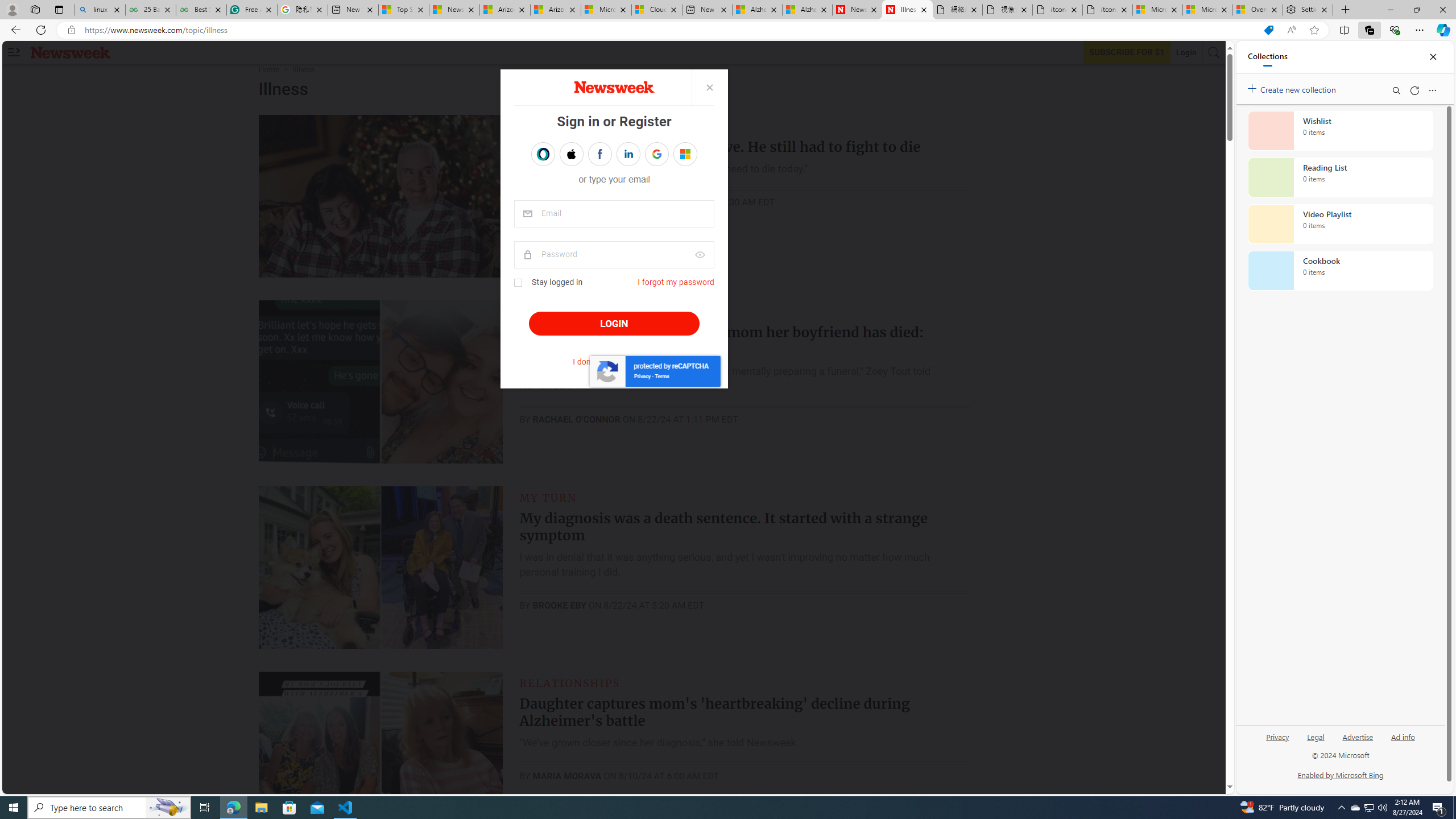 This screenshot has height=819, width=1456. What do you see at coordinates (614, 254) in the screenshot?
I see `'password'` at bounding box center [614, 254].